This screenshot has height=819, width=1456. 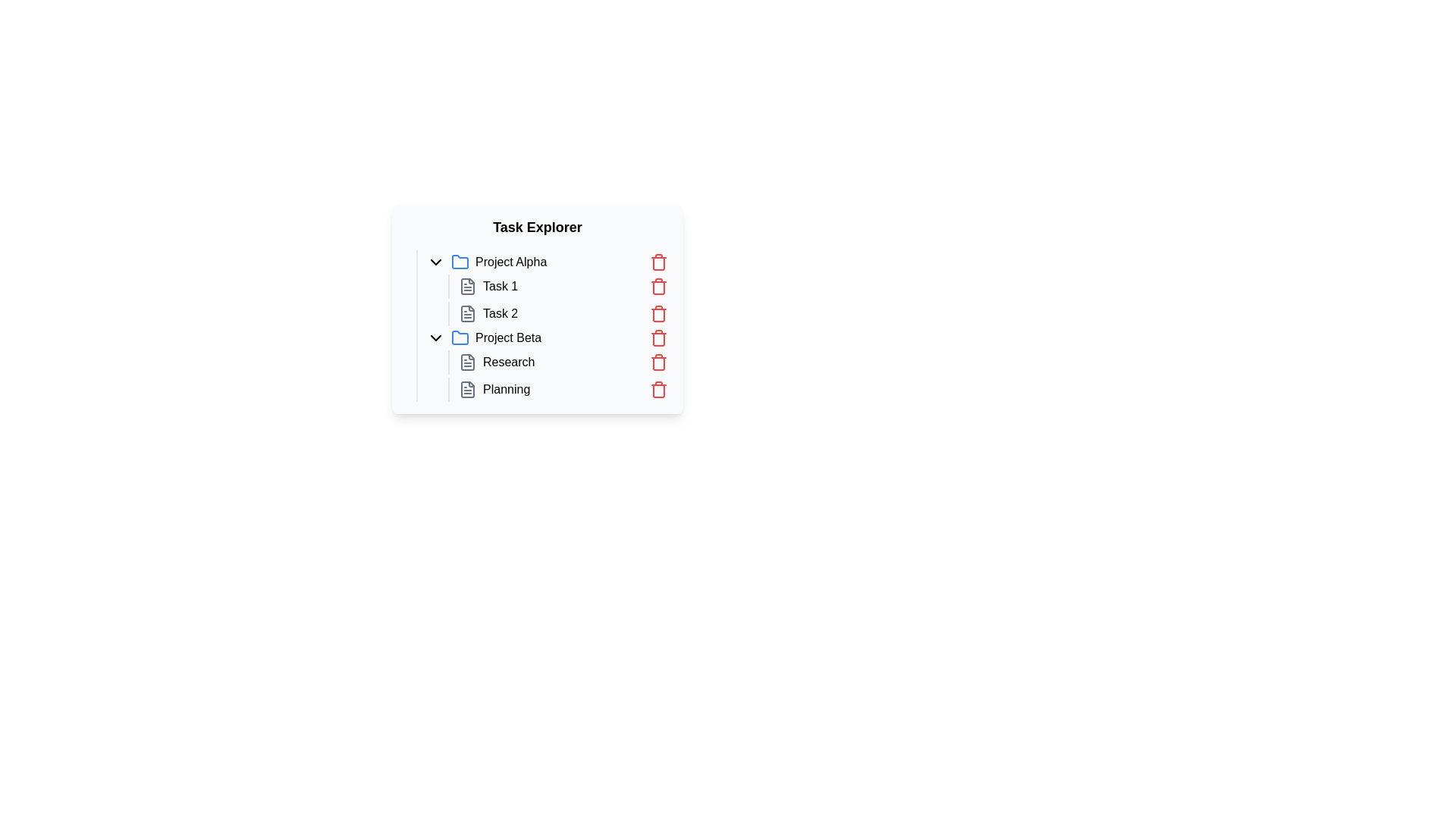 What do you see at coordinates (563, 287) in the screenshot?
I see `the first list item labeled 'Task 1' under 'Project Alpha'` at bounding box center [563, 287].